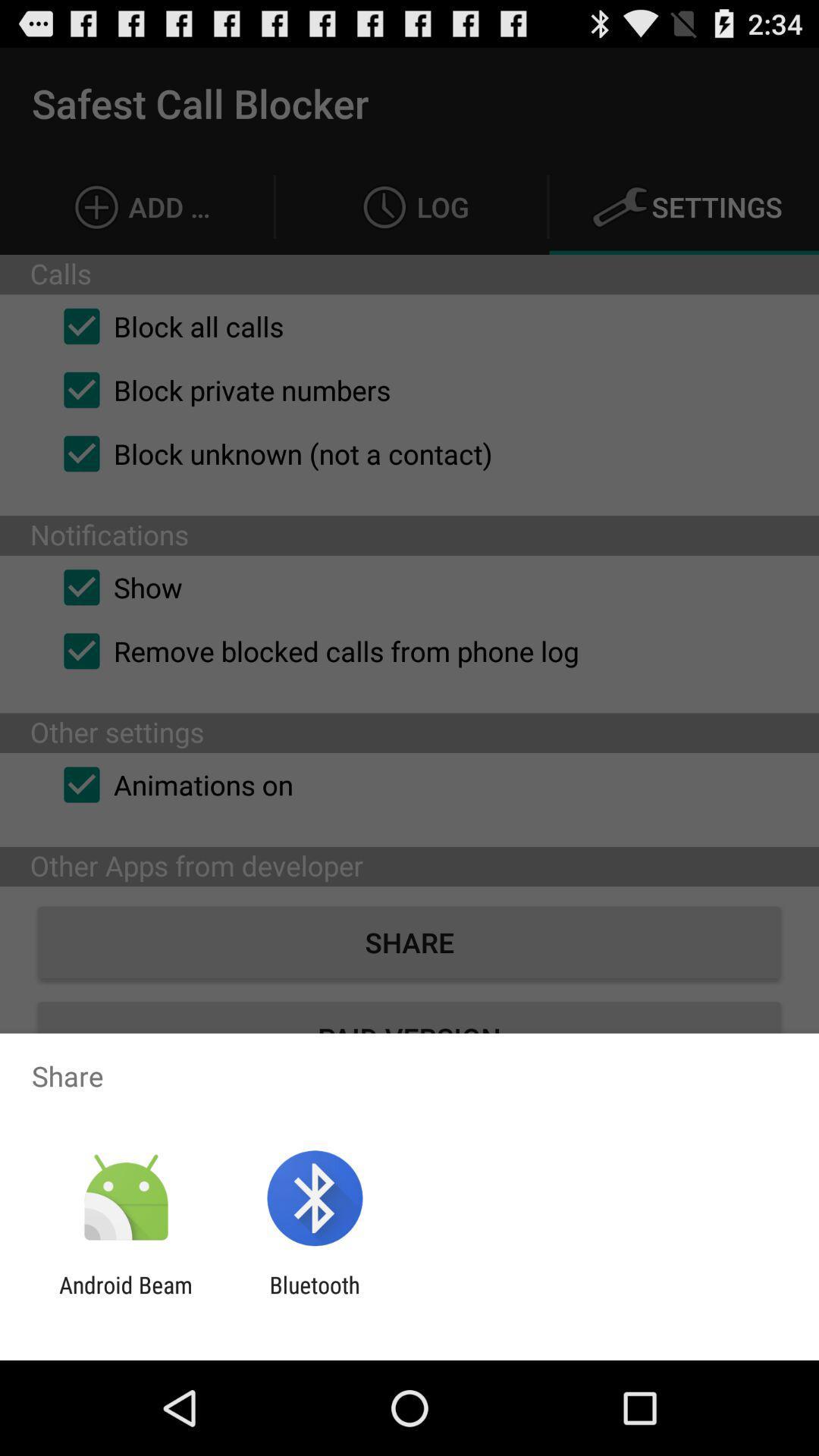  What do you see at coordinates (314, 1298) in the screenshot?
I see `the app to the right of the android beam app` at bounding box center [314, 1298].